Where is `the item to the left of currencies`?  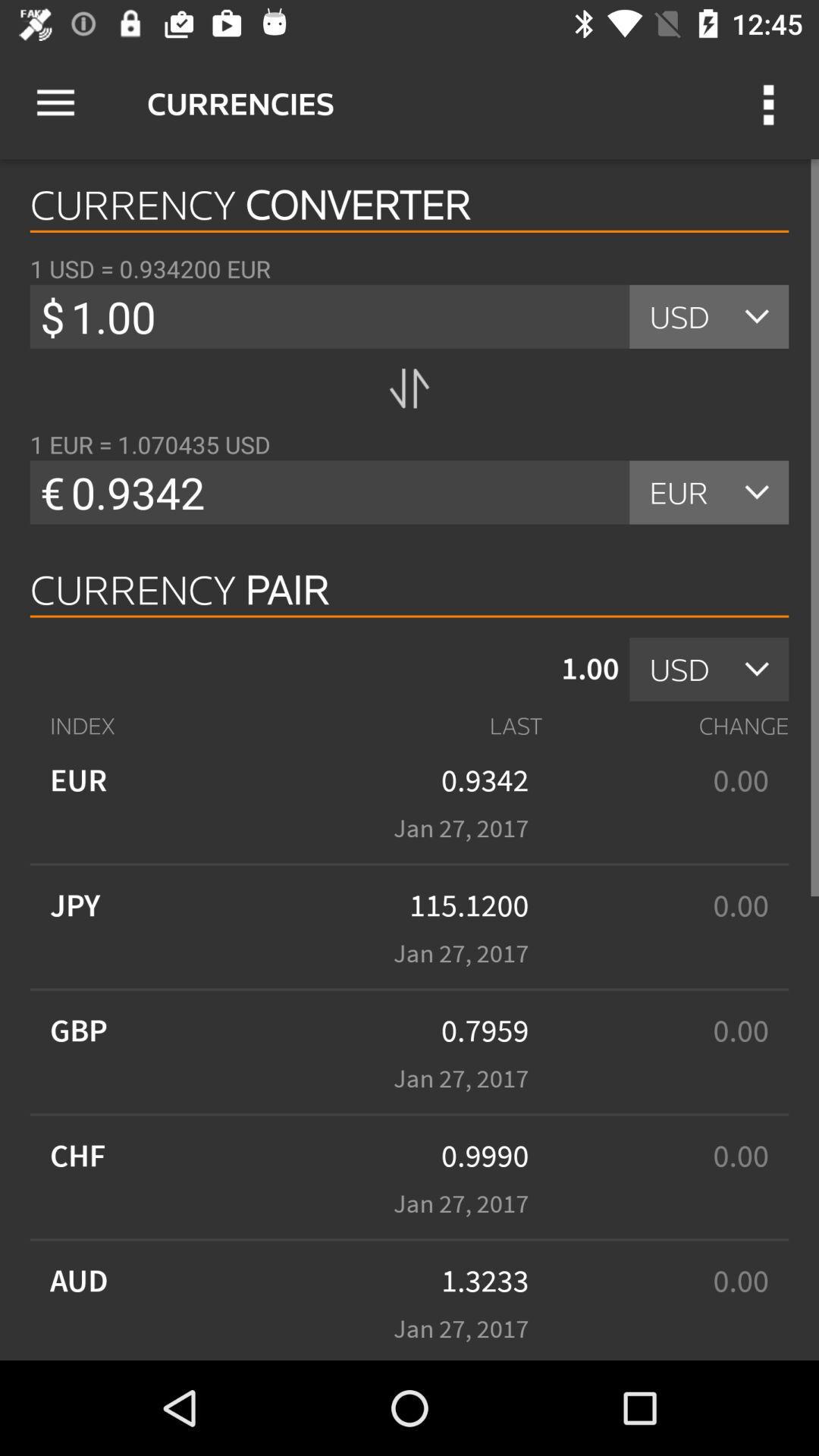 the item to the left of currencies is located at coordinates (55, 102).